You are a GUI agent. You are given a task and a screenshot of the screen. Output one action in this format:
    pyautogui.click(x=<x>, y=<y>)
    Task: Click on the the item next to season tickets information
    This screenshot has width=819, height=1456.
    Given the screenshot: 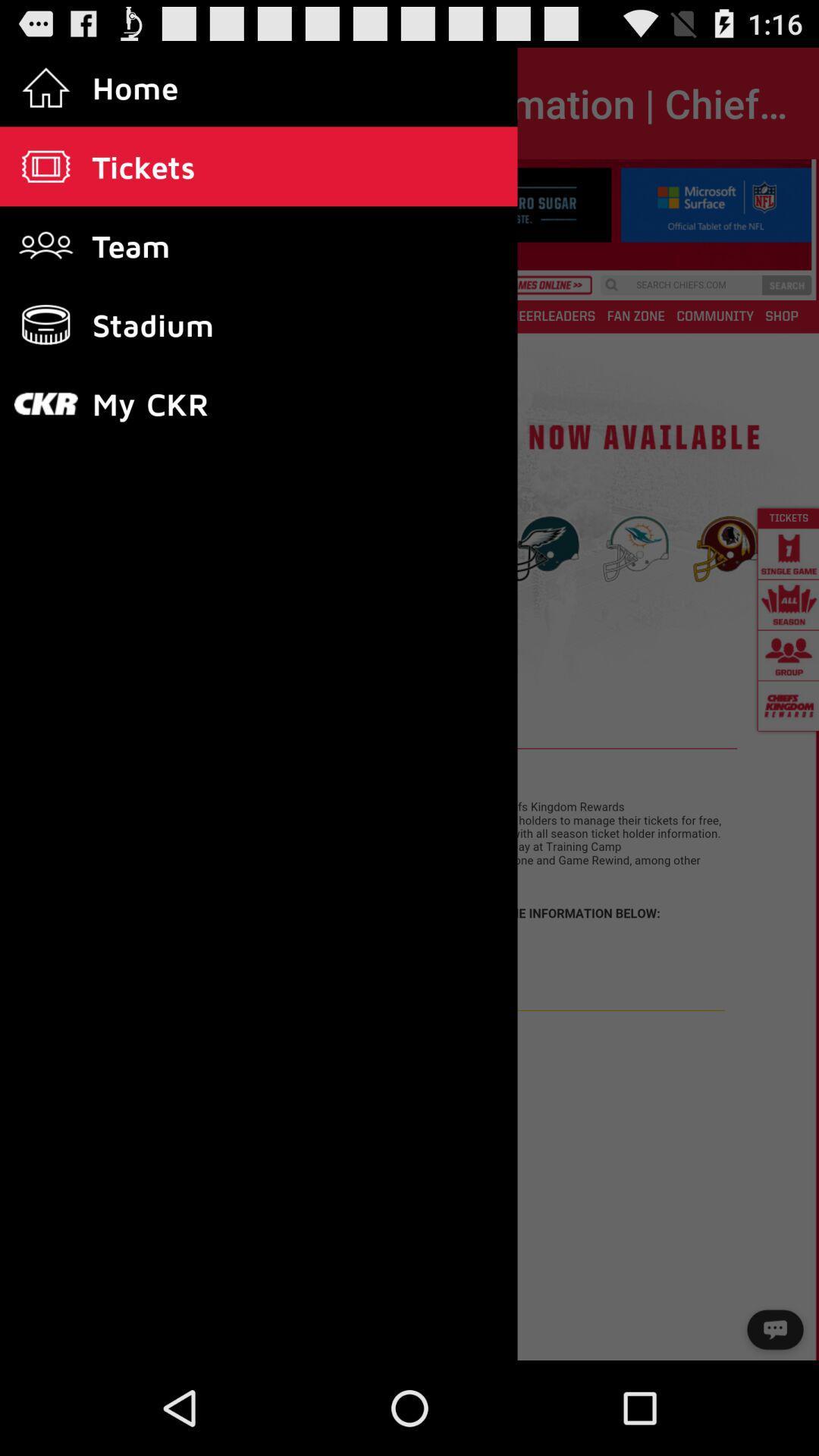 What is the action you would take?
    pyautogui.click(x=55, y=102)
    